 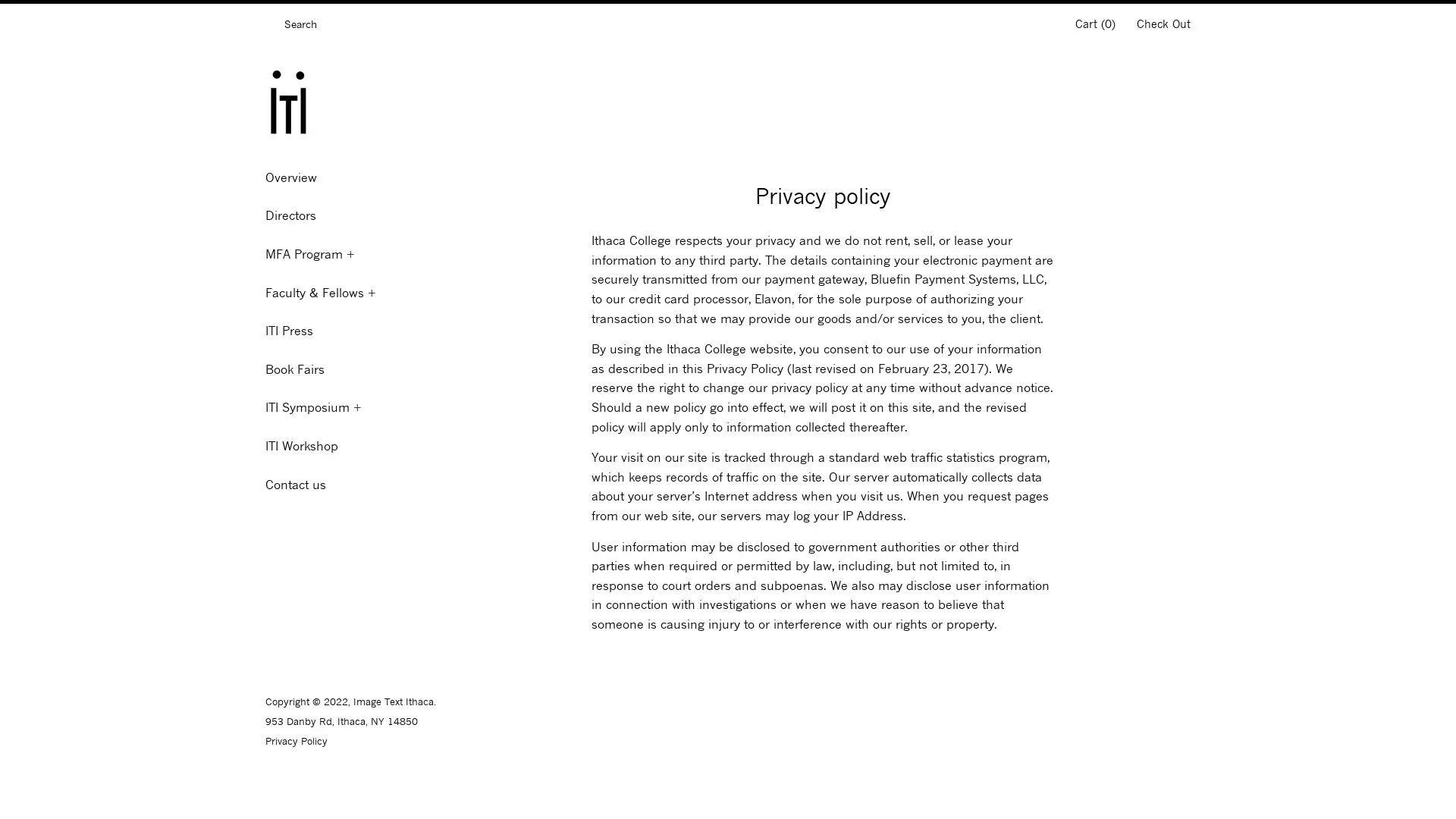 I want to click on Search, so click(x=269, y=27).